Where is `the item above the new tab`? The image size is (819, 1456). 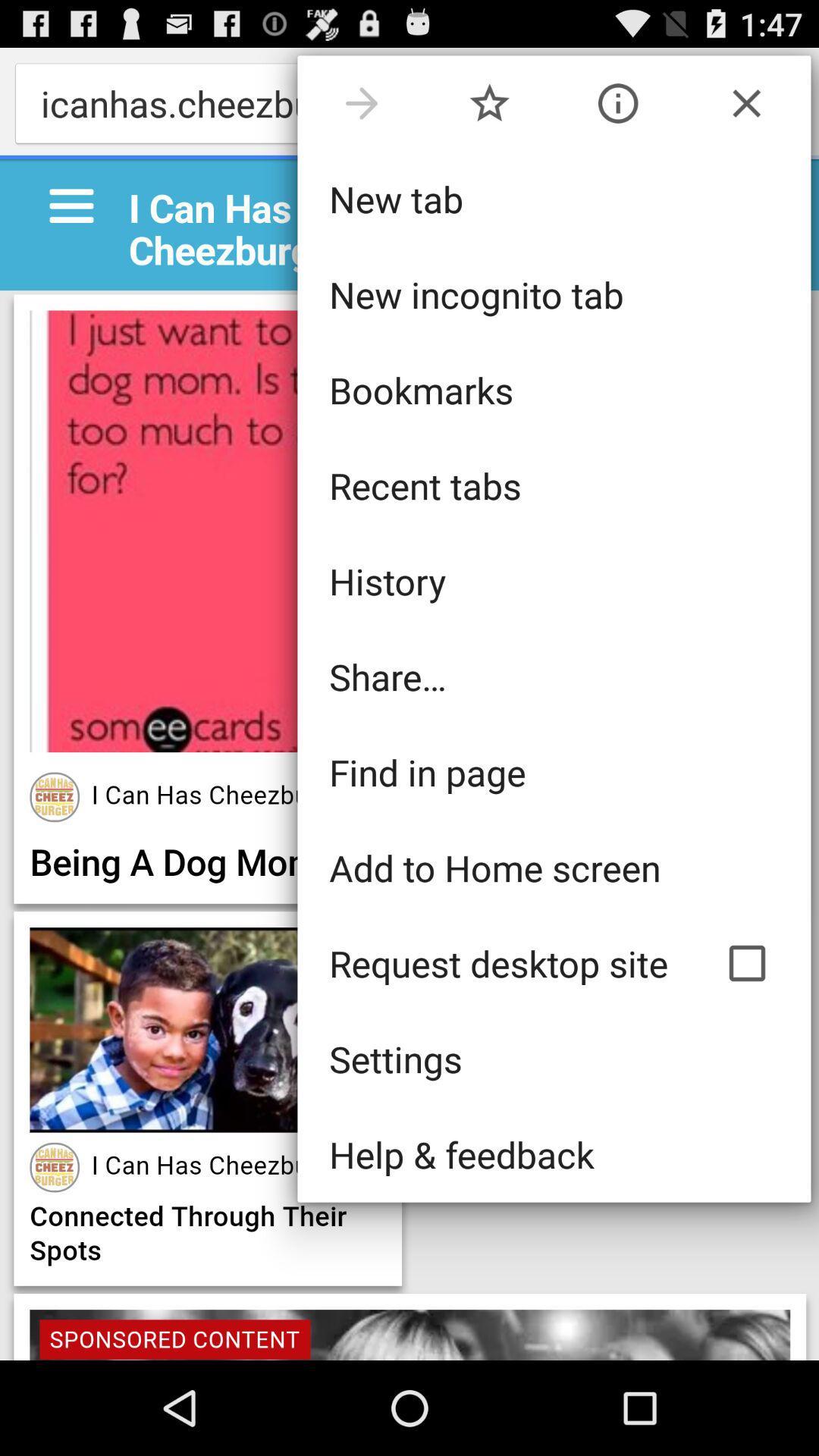 the item above the new tab is located at coordinates (361, 102).